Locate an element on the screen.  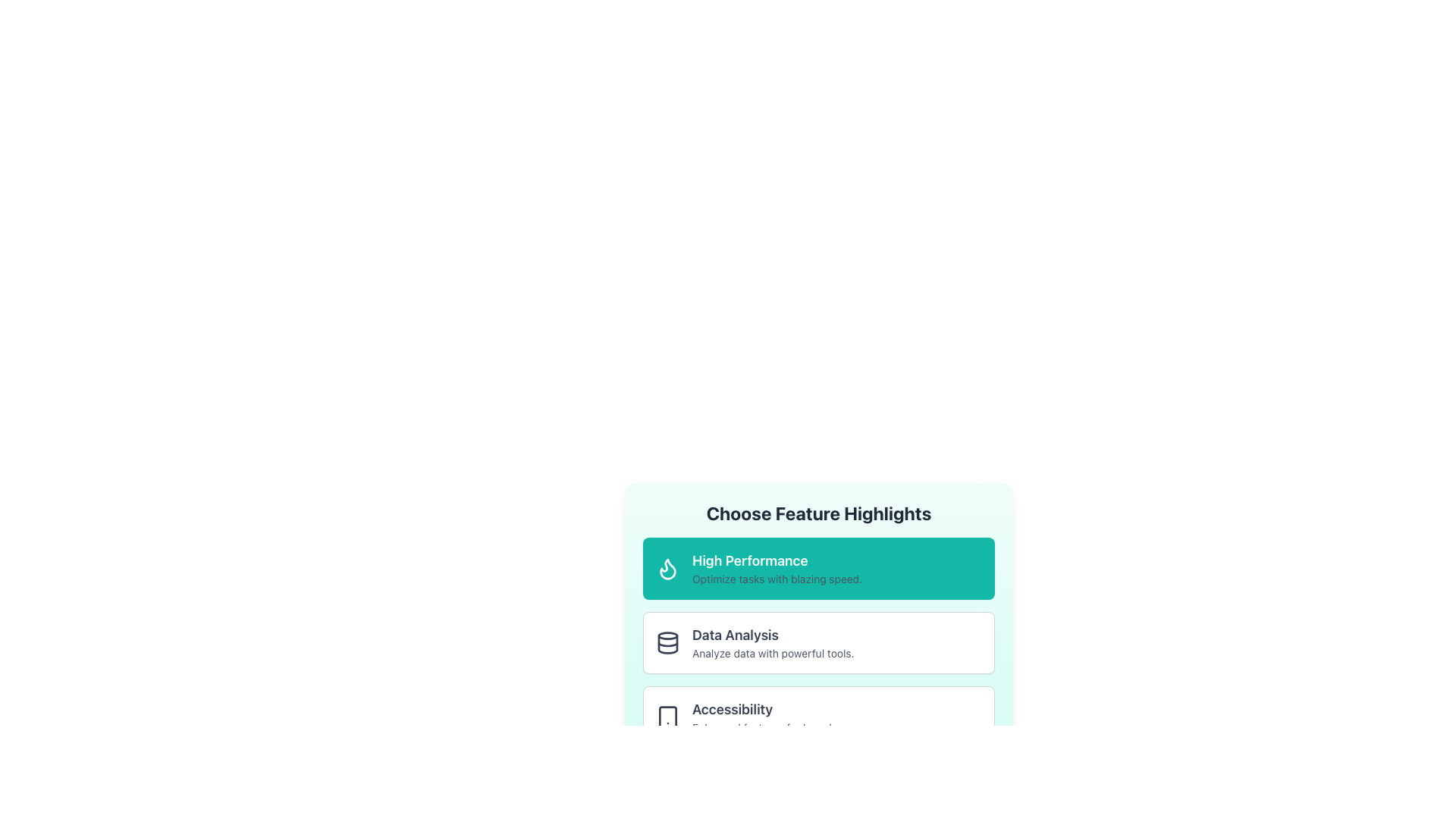
the text element describing the 'Accessibility' feature within the third card of the 'Choose Feature Highlights' section, positioned below 'Data Analysis' is located at coordinates (786, 717).